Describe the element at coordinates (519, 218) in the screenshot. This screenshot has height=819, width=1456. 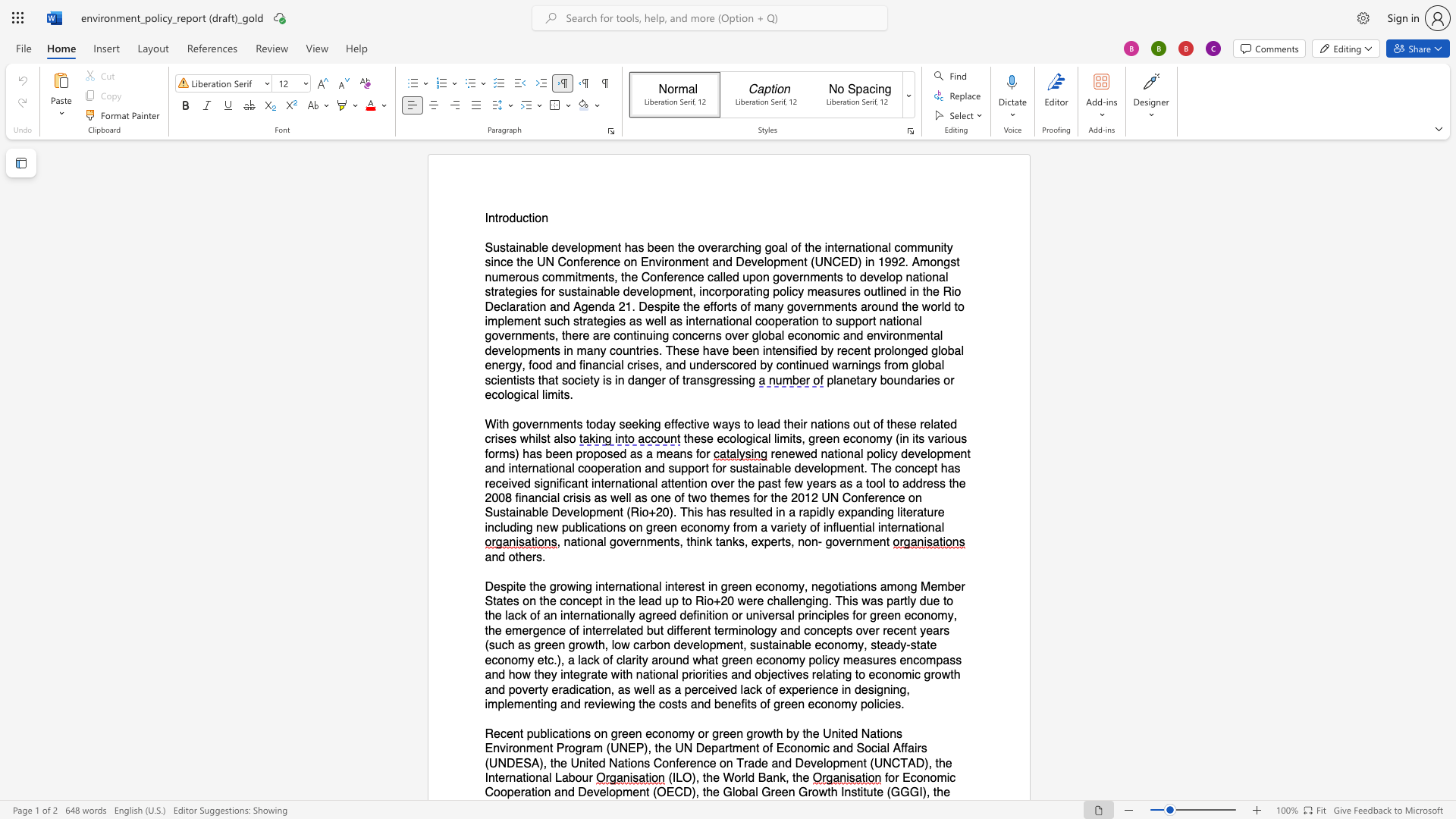
I see `the 1th character "u" in the text` at that location.